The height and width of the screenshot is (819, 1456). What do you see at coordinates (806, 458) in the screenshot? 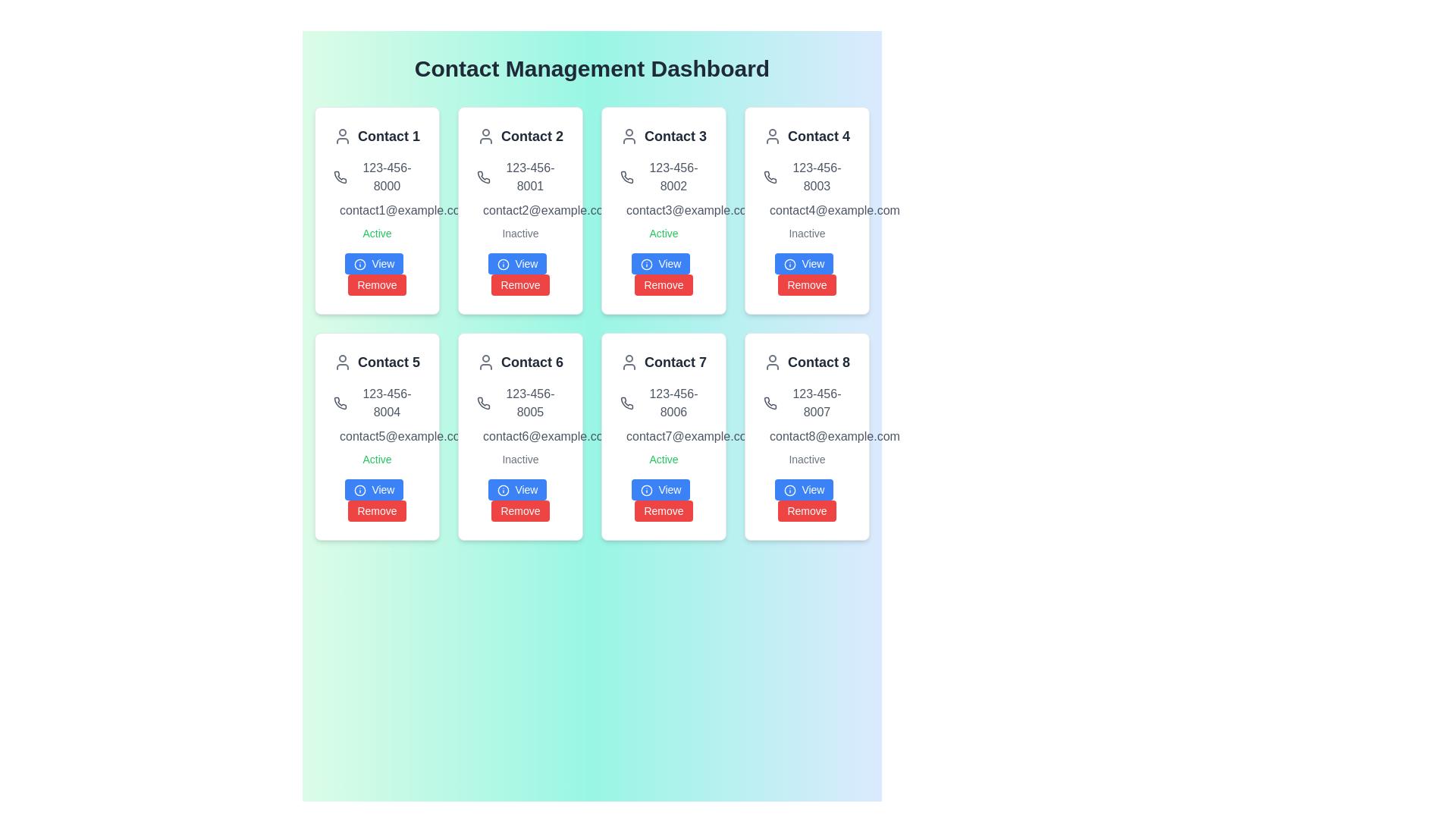
I see `the status indicator text label that informs the user that contact 8 is currently inactive, located within the card labeled 'Contact 8', positioned below the email address 'contact8@example.com' and above the action buttons 'View' and 'Remove'` at bounding box center [806, 458].